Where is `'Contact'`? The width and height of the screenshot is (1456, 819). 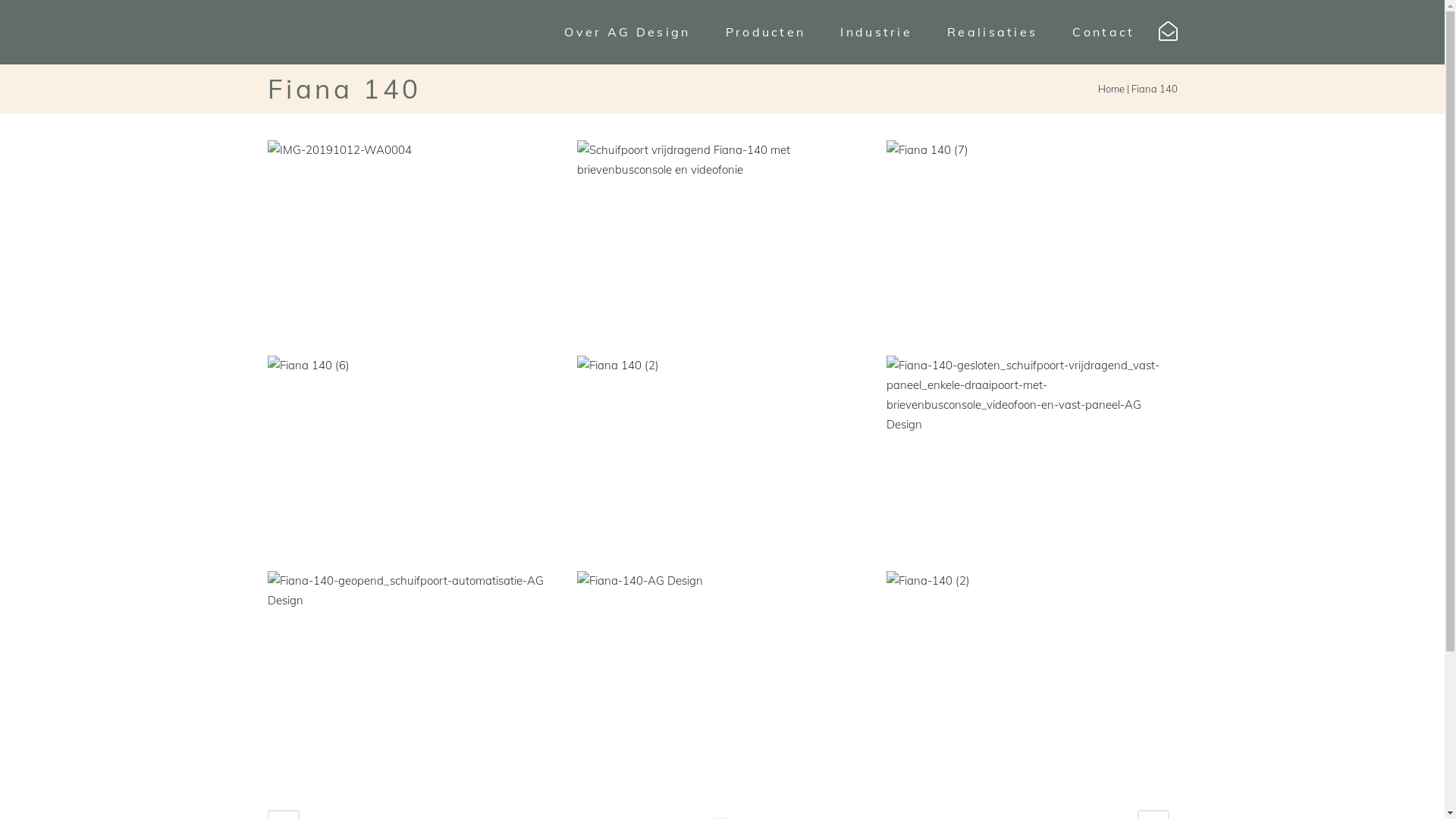 'Contact' is located at coordinates (1054, 32).